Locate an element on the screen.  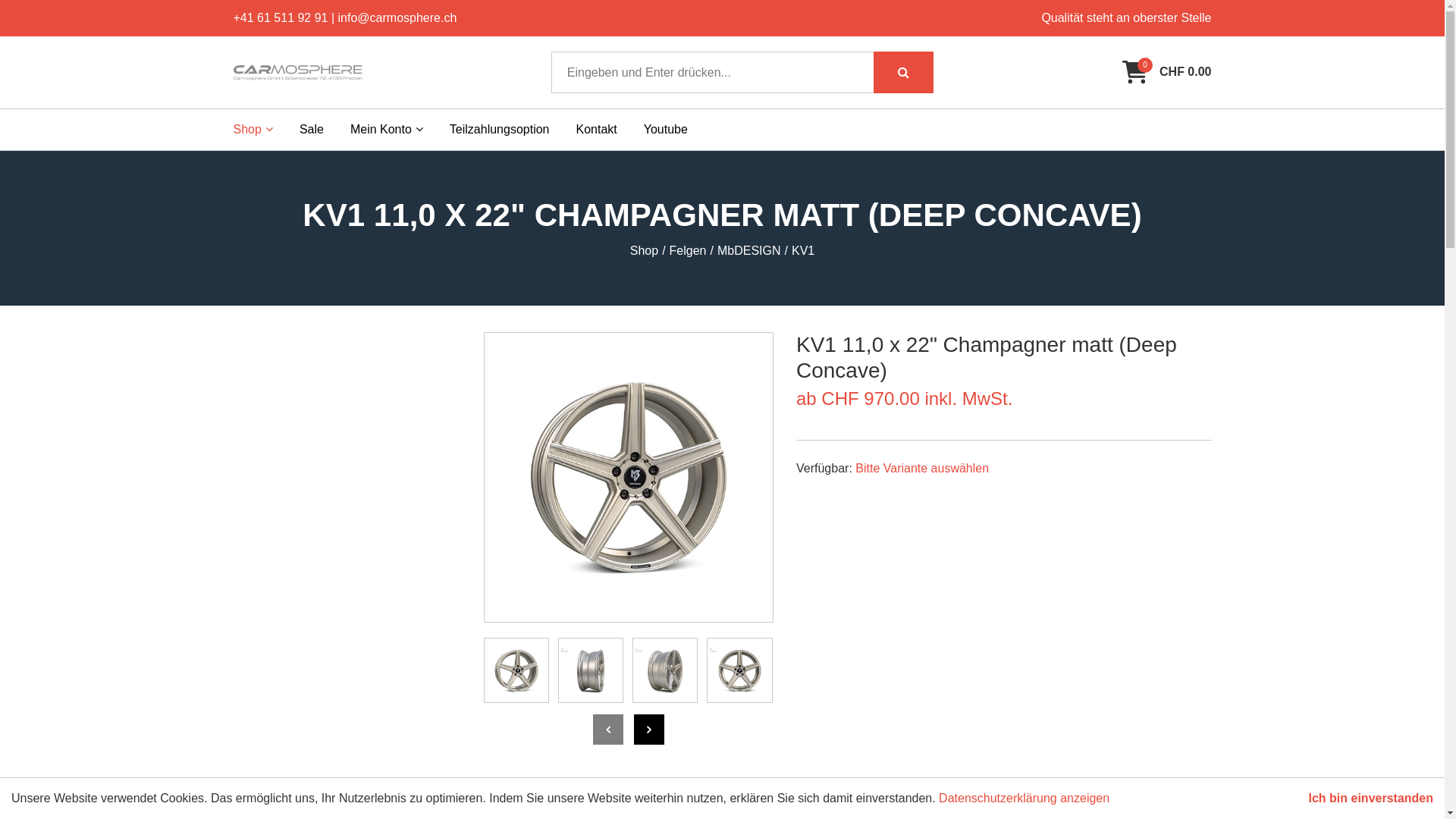
'MbDESIGN' is located at coordinates (749, 250).